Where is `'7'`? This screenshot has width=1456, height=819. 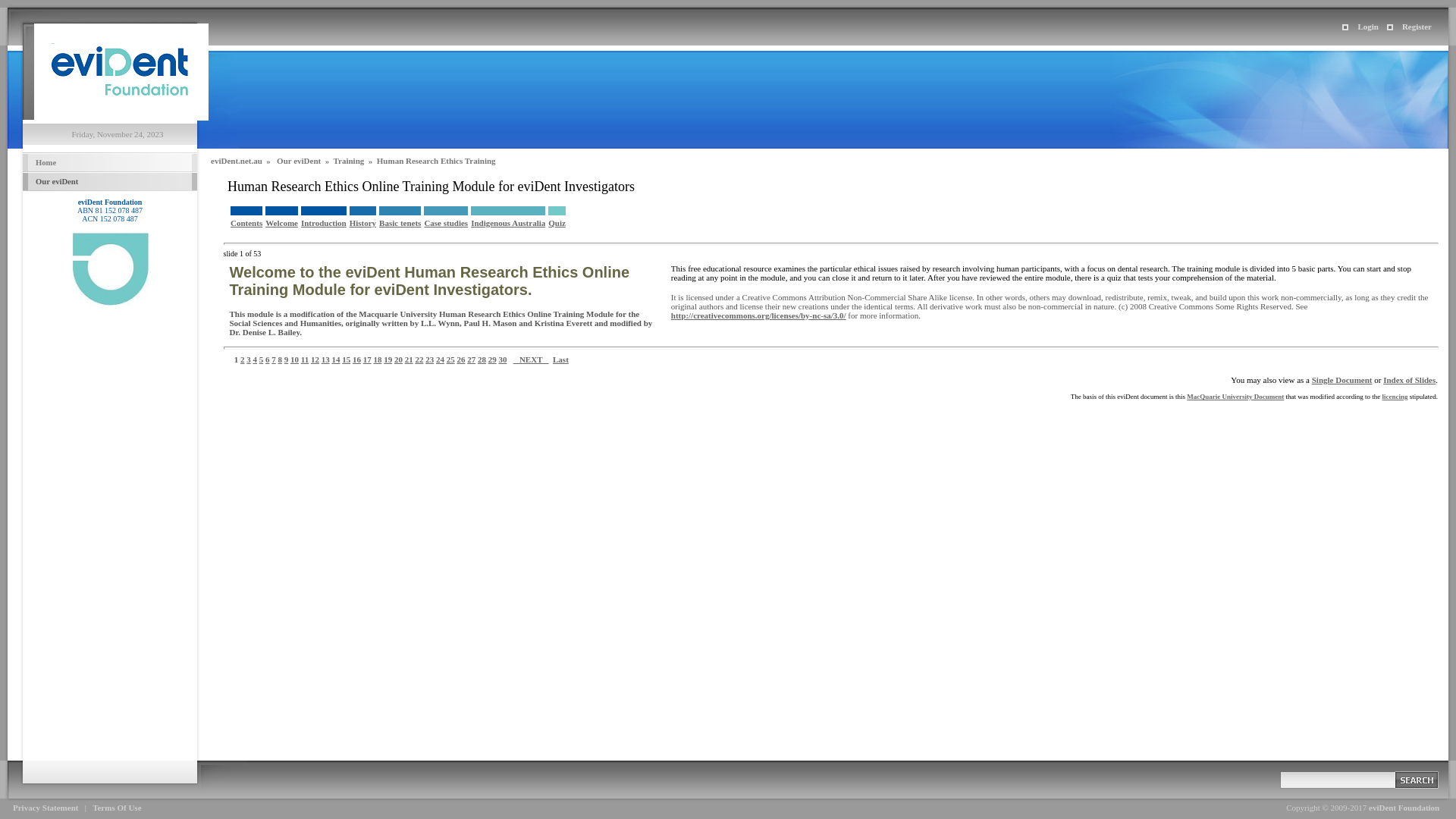 '7' is located at coordinates (273, 359).